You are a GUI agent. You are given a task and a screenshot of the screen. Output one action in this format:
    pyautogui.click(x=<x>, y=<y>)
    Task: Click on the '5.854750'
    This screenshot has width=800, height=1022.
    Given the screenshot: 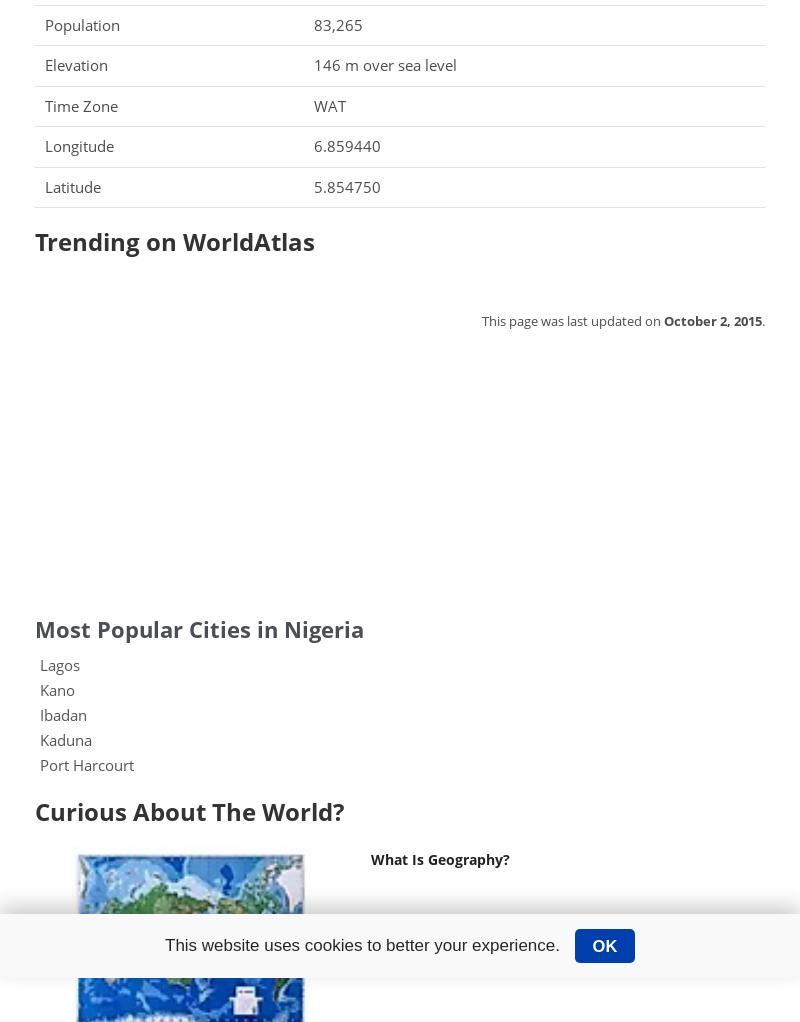 What is the action you would take?
    pyautogui.click(x=346, y=186)
    